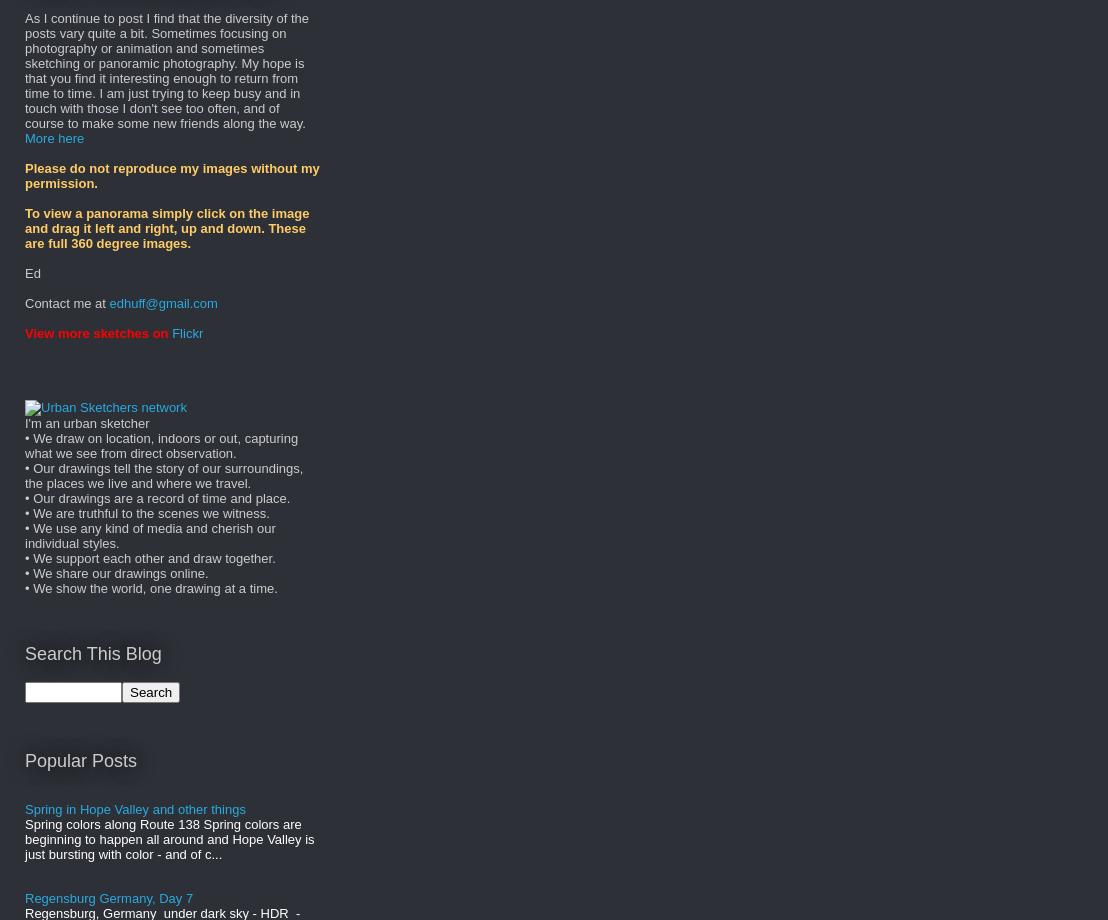  I want to click on '• We use any kind of media and cherish our individual styles.', so click(149, 535).